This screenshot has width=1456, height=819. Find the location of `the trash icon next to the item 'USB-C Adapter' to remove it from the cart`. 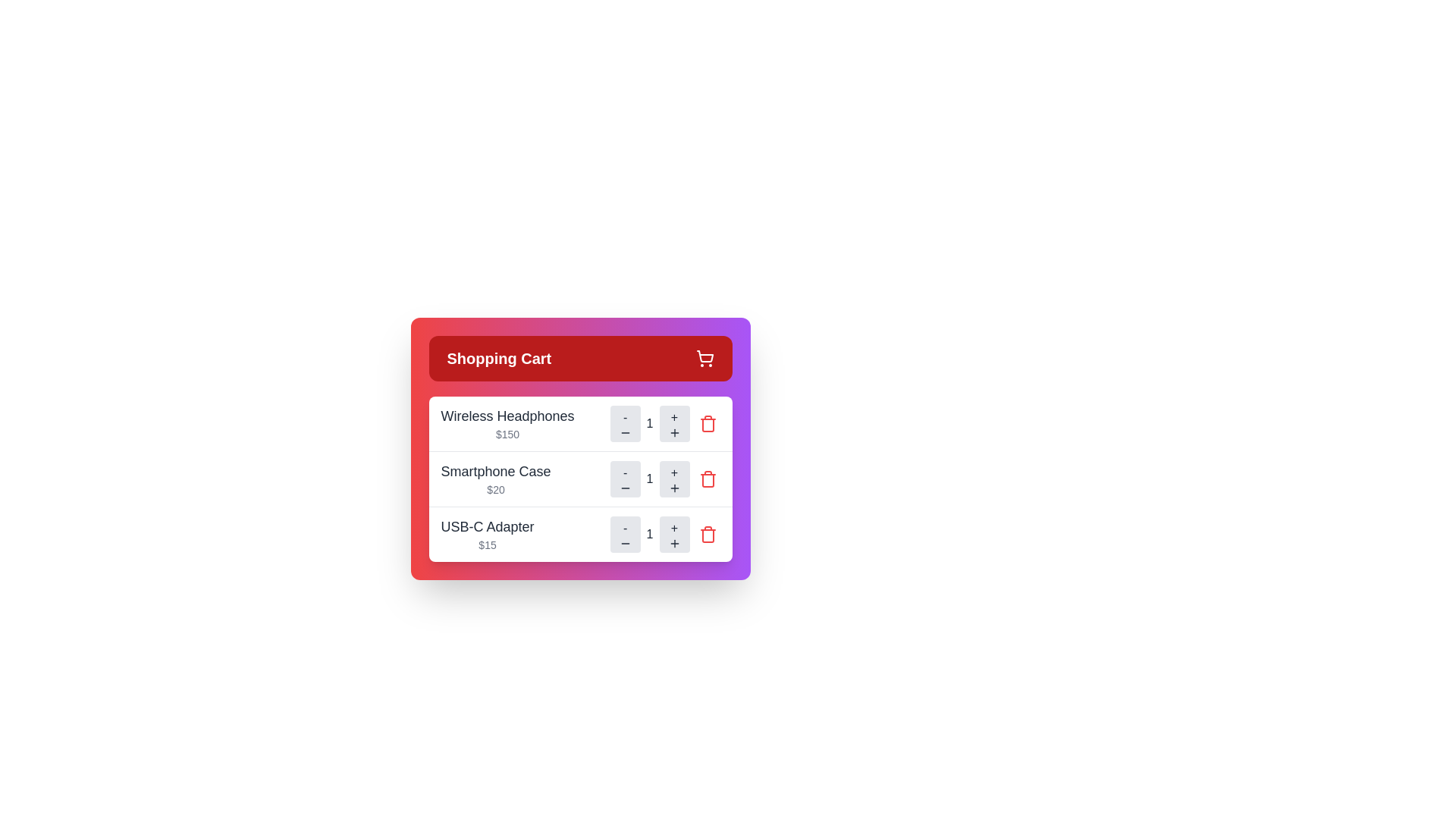

the trash icon next to the item 'USB-C Adapter' to remove it from the cart is located at coordinates (707, 534).